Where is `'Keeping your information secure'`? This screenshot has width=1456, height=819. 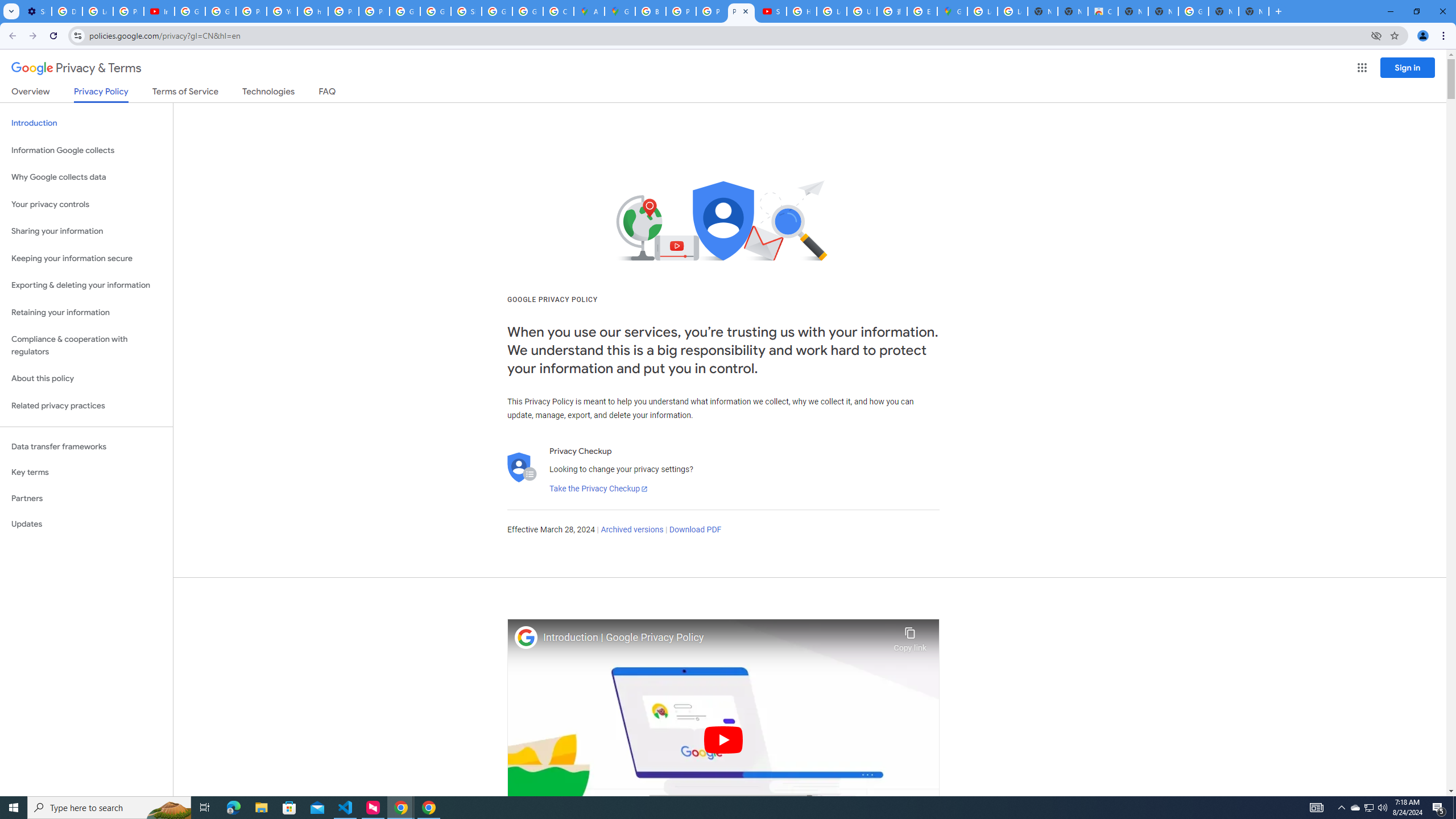 'Keeping your information secure' is located at coordinates (86, 259).